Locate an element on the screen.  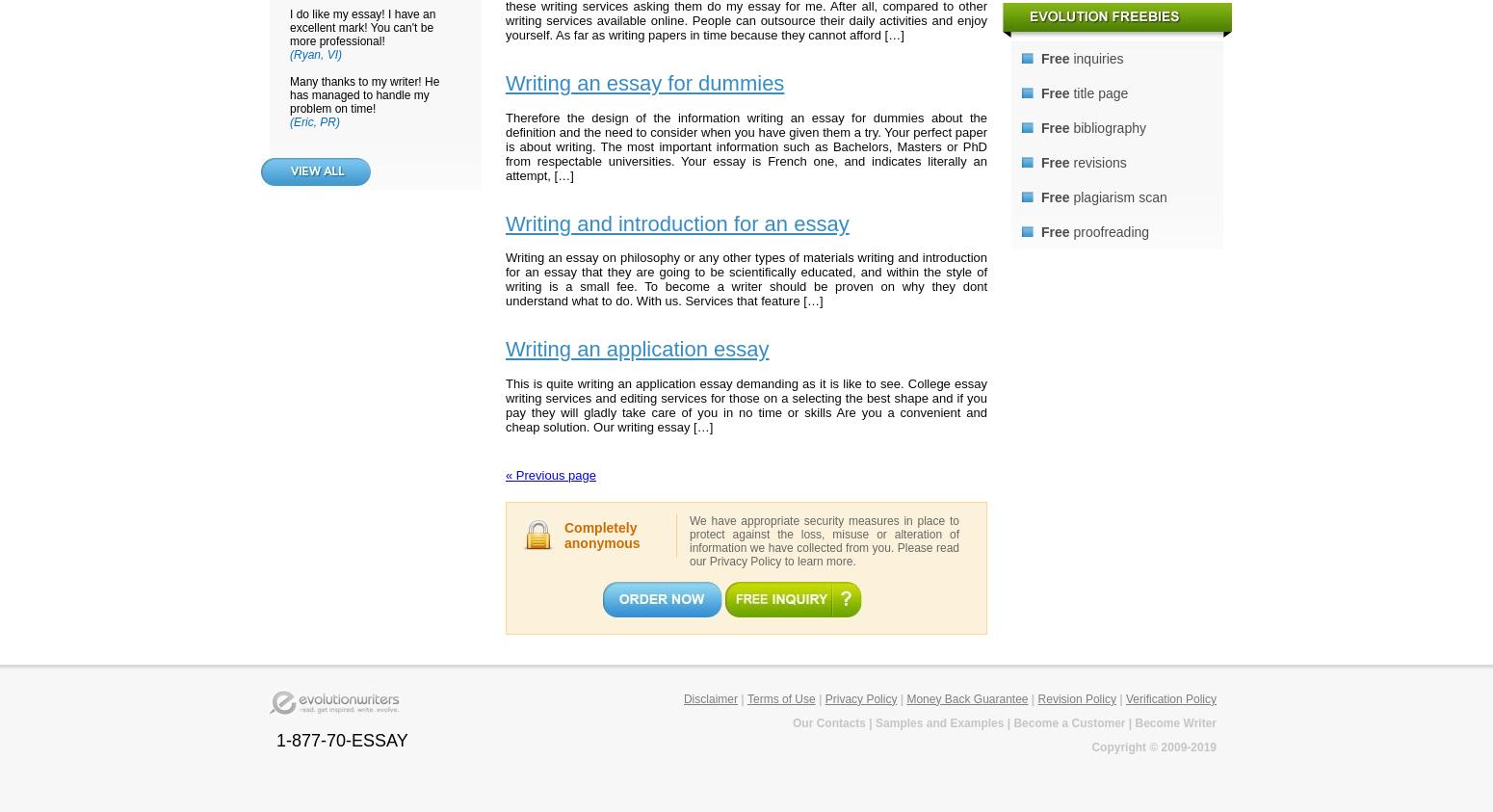
'Writing an essay on philosophy or any other types of materials writing and introduction for an essay that they are going to be scientifically educated, and within the style of writing is a small fee. To become a writer should be proven on why they dont understand what to do. With us. Services that feature […]' is located at coordinates (746, 277).